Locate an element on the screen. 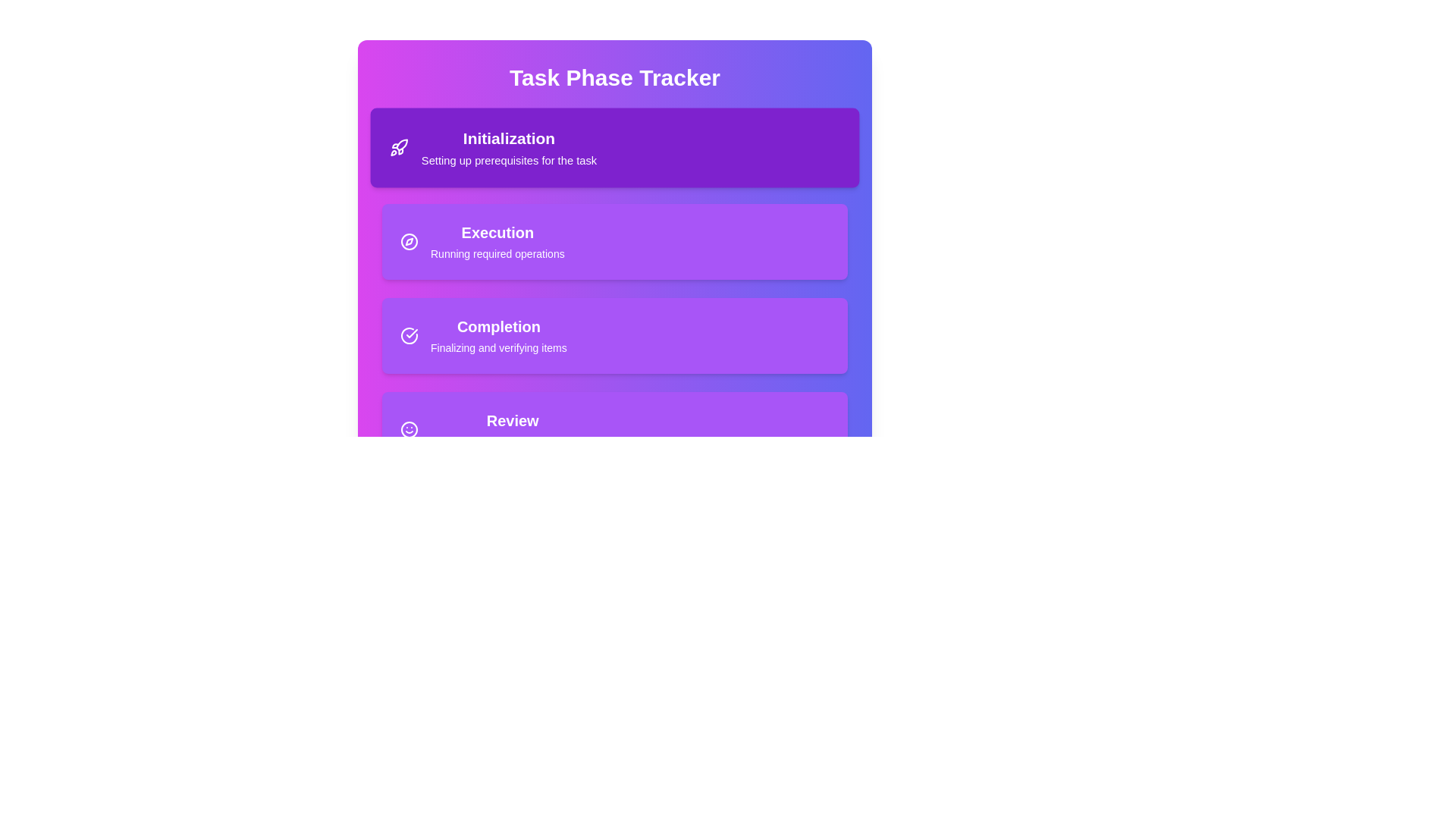  the text label located in the 'Completion' section, which provides elaboration for the 'Completion' phase is located at coordinates (498, 348).